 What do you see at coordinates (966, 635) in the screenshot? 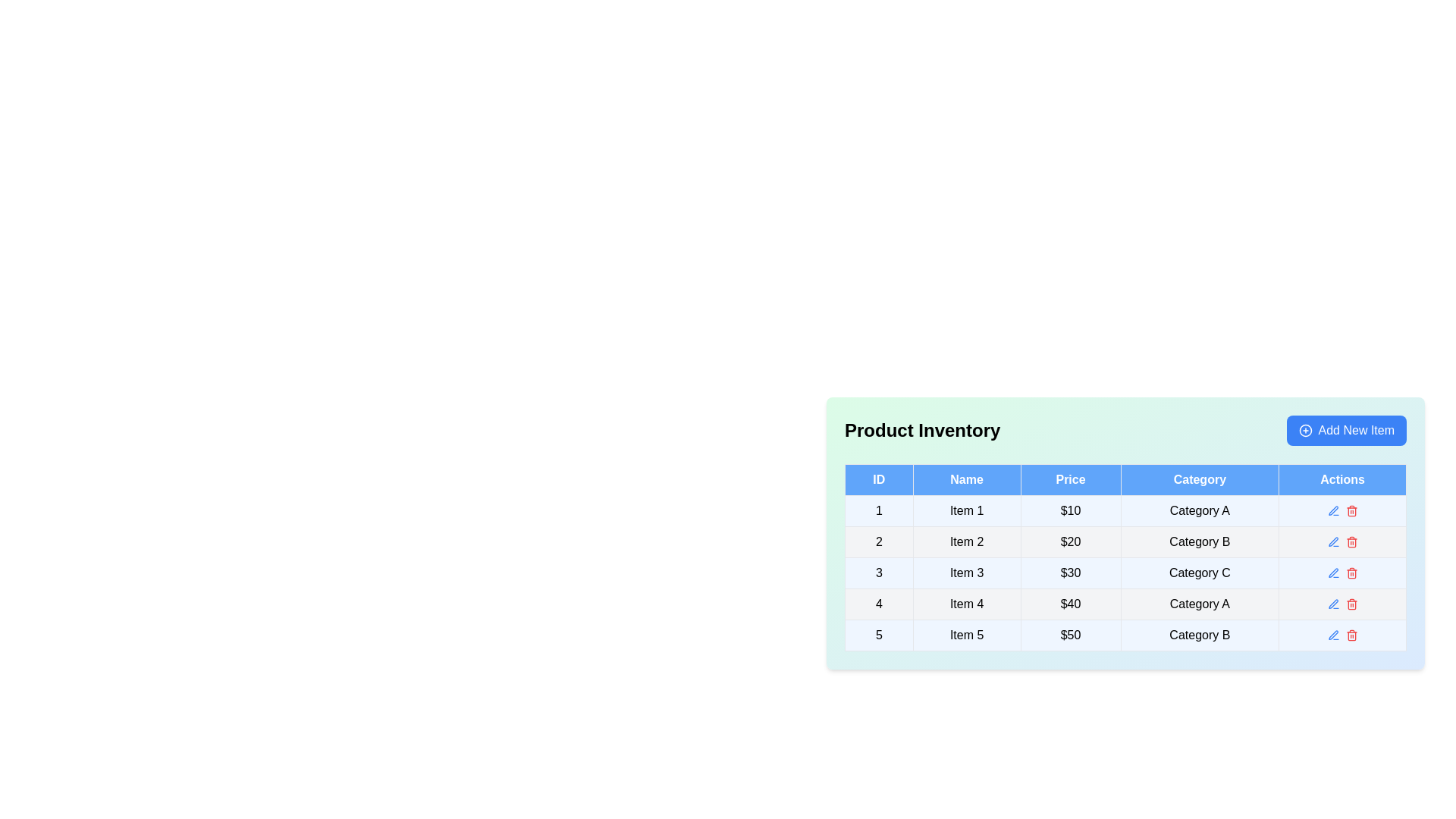
I see `the table cell displaying the text 'Item 5', which is located in the 5th row and 2nd column of the table` at bounding box center [966, 635].